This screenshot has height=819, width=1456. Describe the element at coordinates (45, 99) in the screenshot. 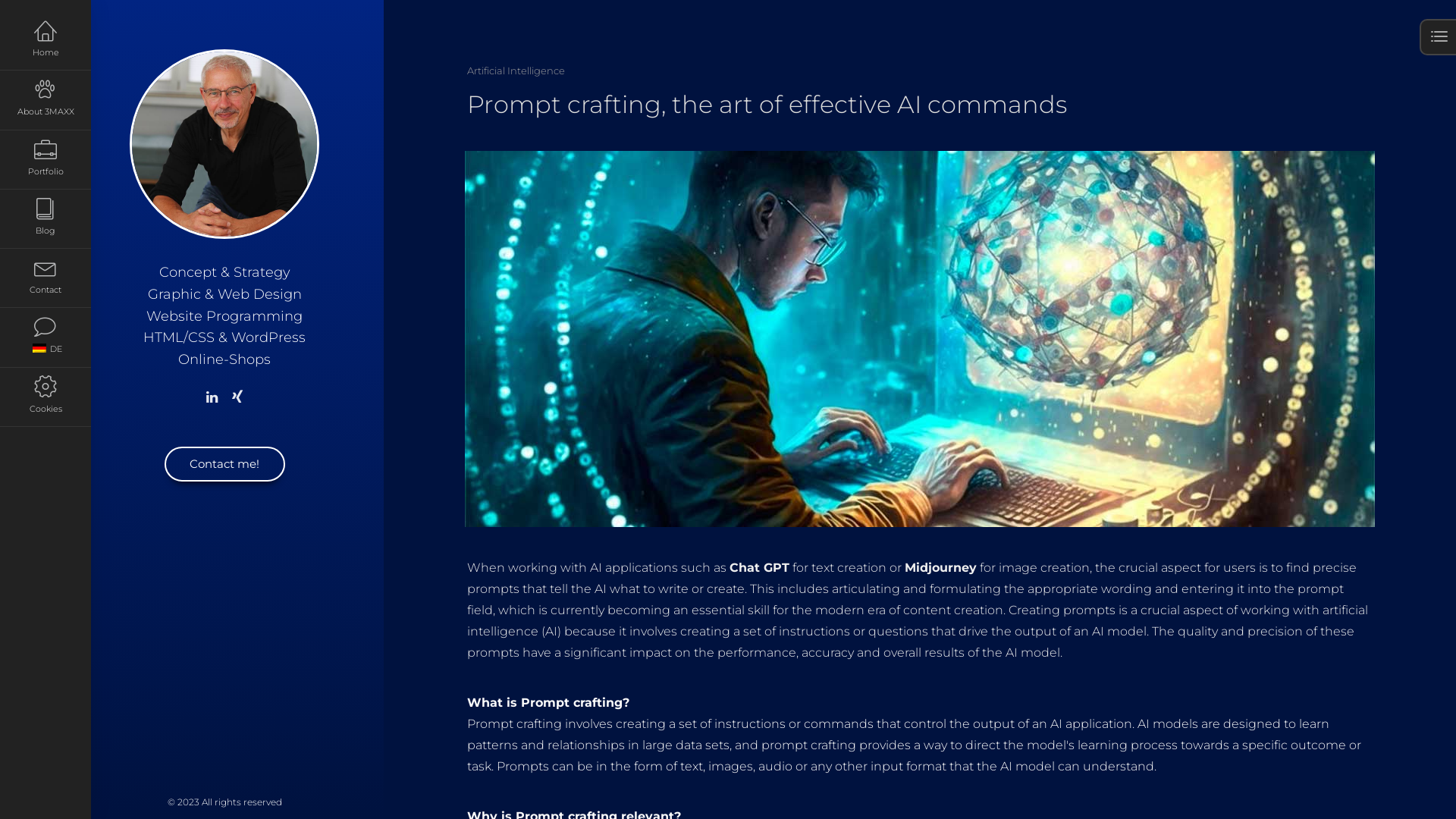

I see `'About 3MAXX'` at that location.